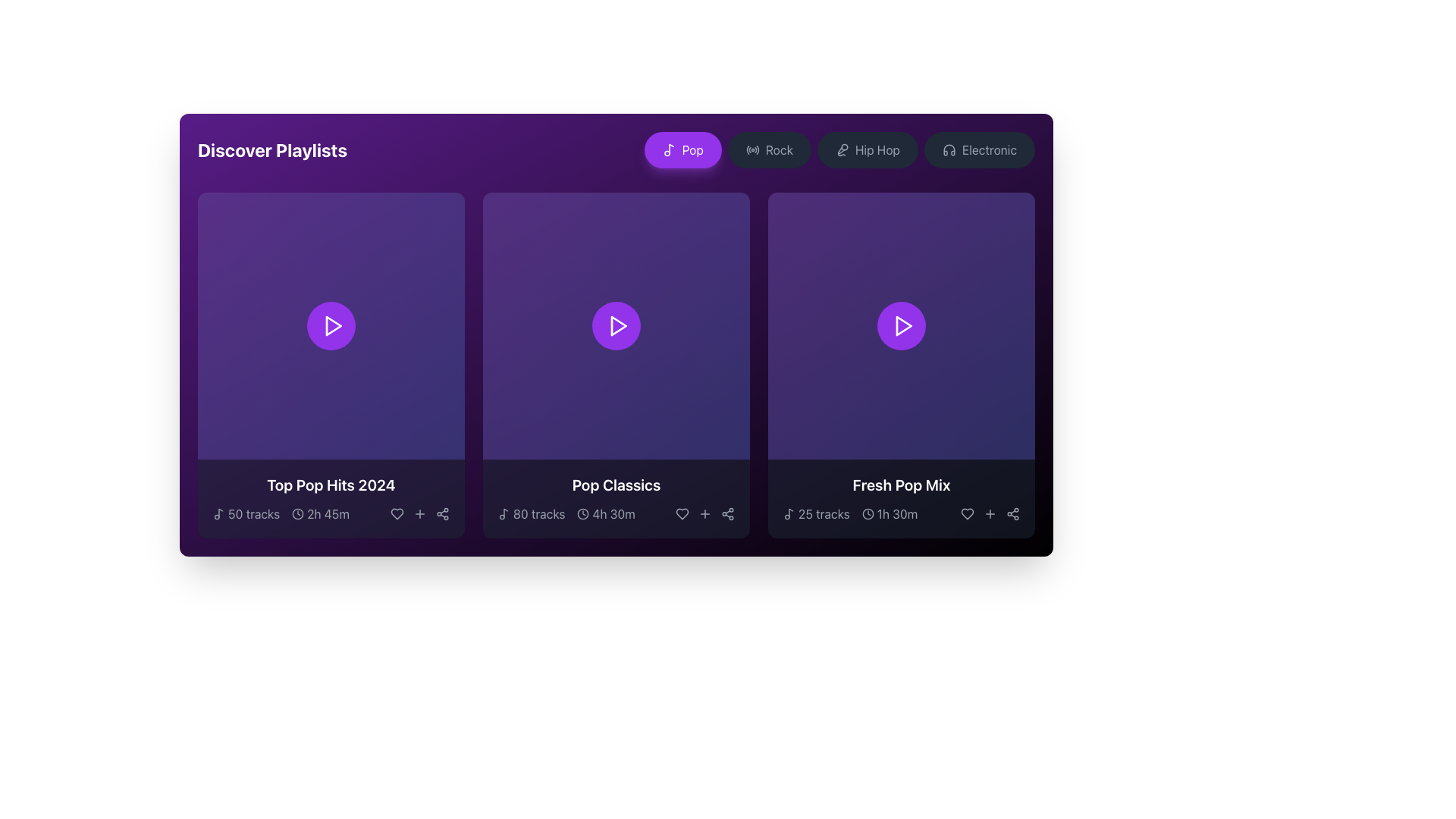 The image size is (1456, 819). What do you see at coordinates (331, 325) in the screenshot?
I see `the play button icon located at the center of the 'Top Pop Hits 2024' playlist card` at bounding box center [331, 325].